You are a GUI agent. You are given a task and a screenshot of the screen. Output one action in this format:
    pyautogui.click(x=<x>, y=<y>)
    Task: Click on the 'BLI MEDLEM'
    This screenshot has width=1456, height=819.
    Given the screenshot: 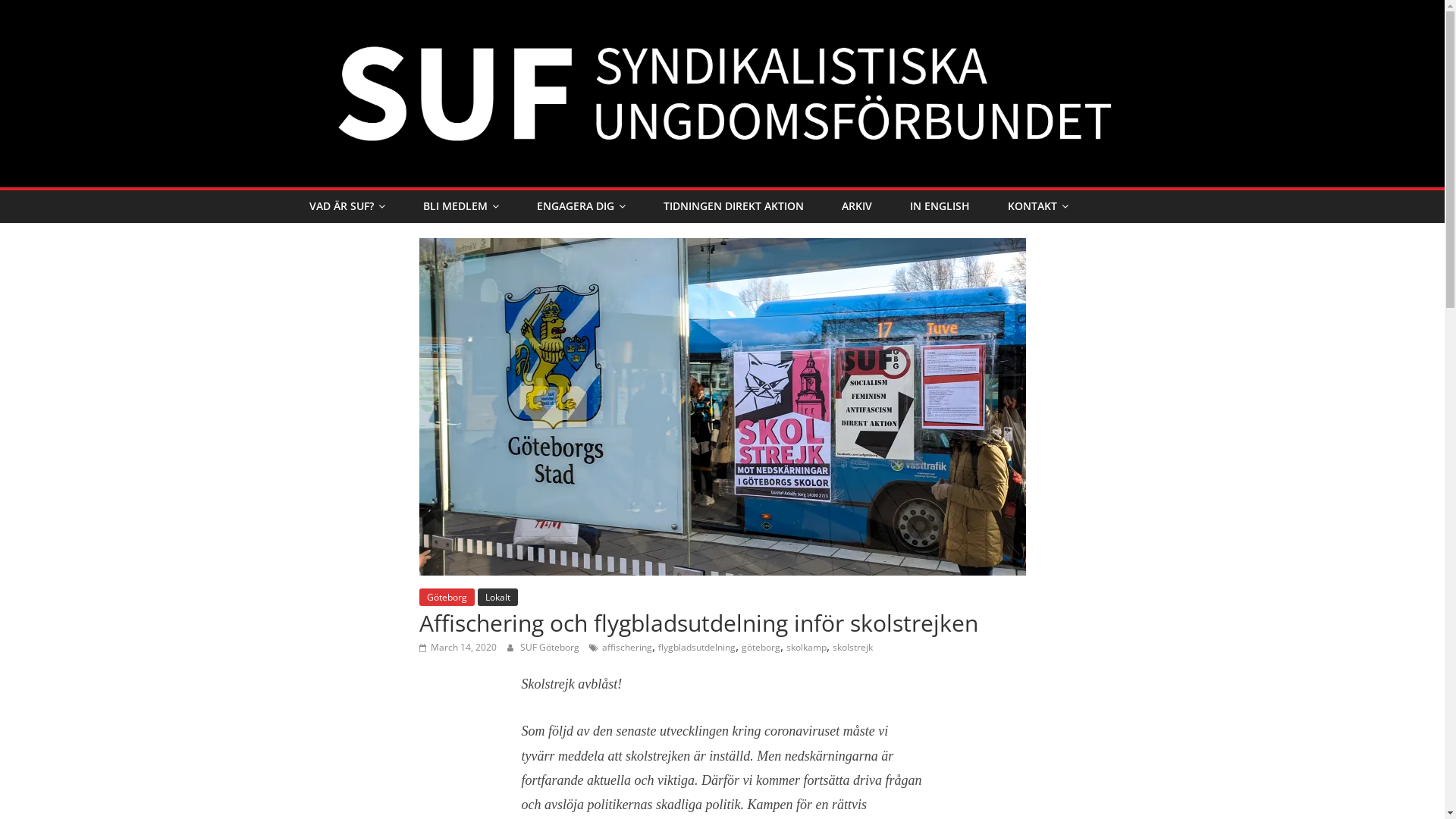 What is the action you would take?
    pyautogui.click(x=459, y=206)
    